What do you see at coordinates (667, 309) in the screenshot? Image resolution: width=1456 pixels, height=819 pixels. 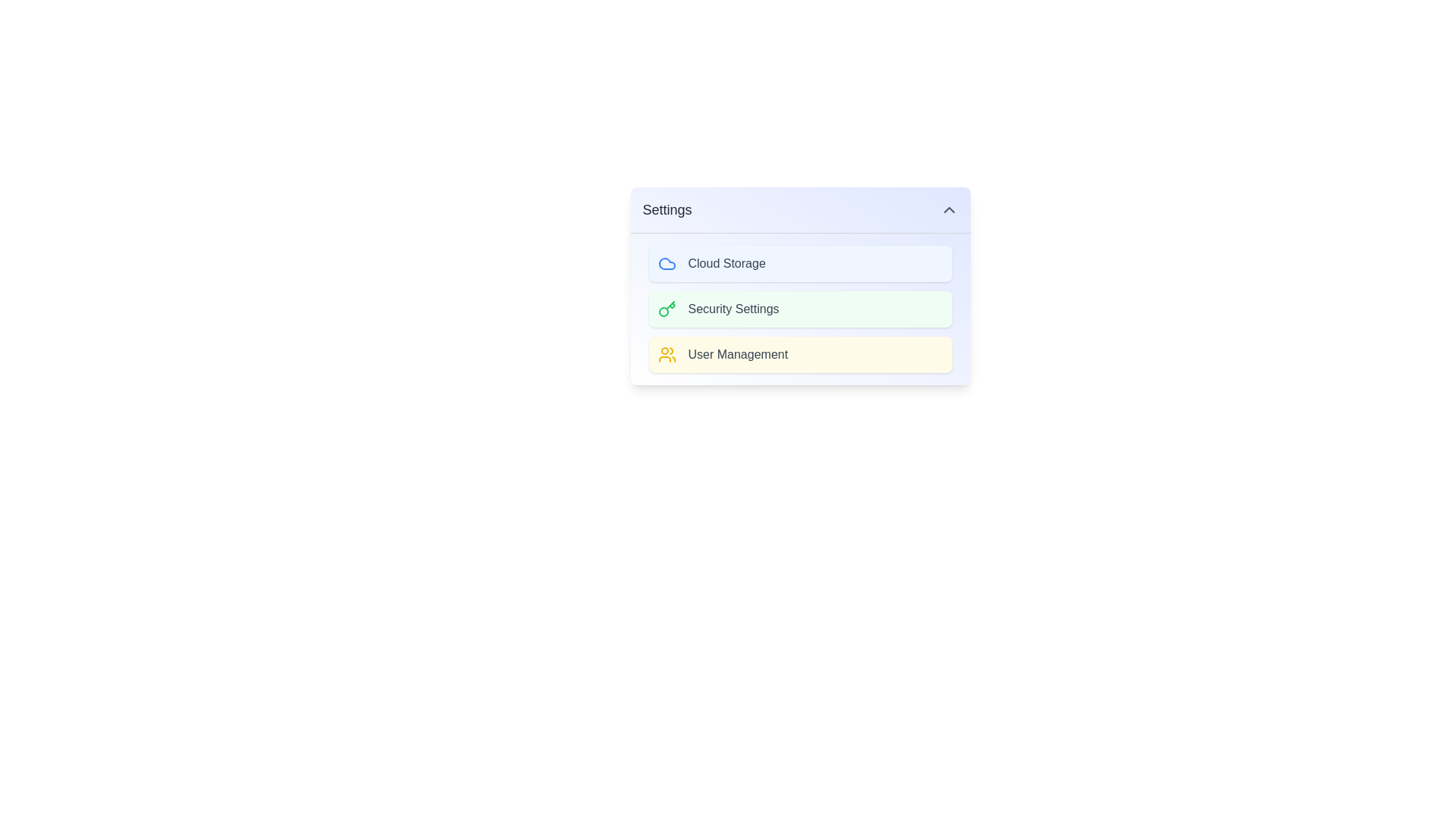 I see `the green-colored key icon that is located to the left of the text 'Security Settings'` at bounding box center [667, 309].